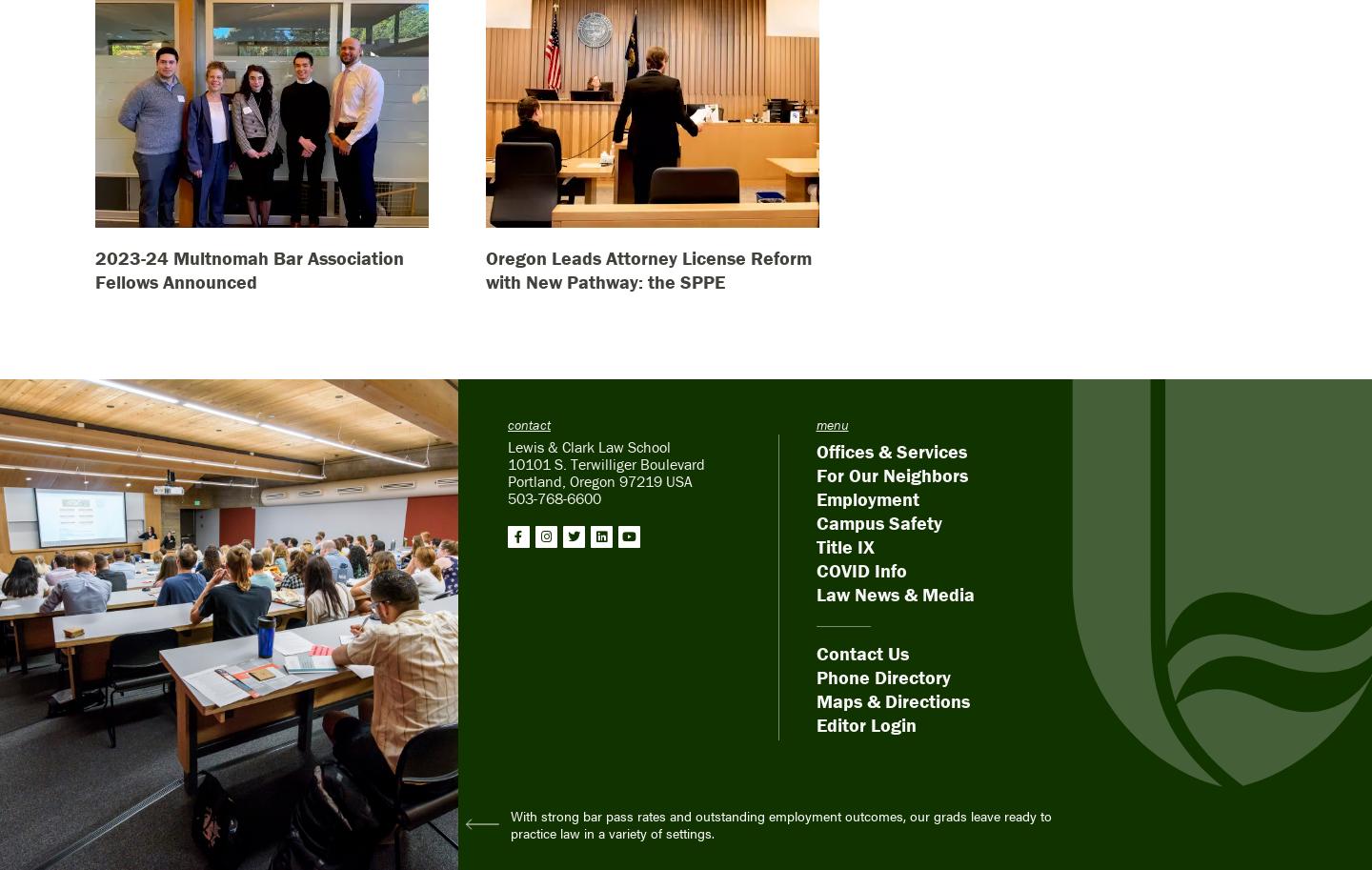  I want to click on 'Oregon Leads Attorney License Reform with New Pathway: the SPPE', so click(648, 269).